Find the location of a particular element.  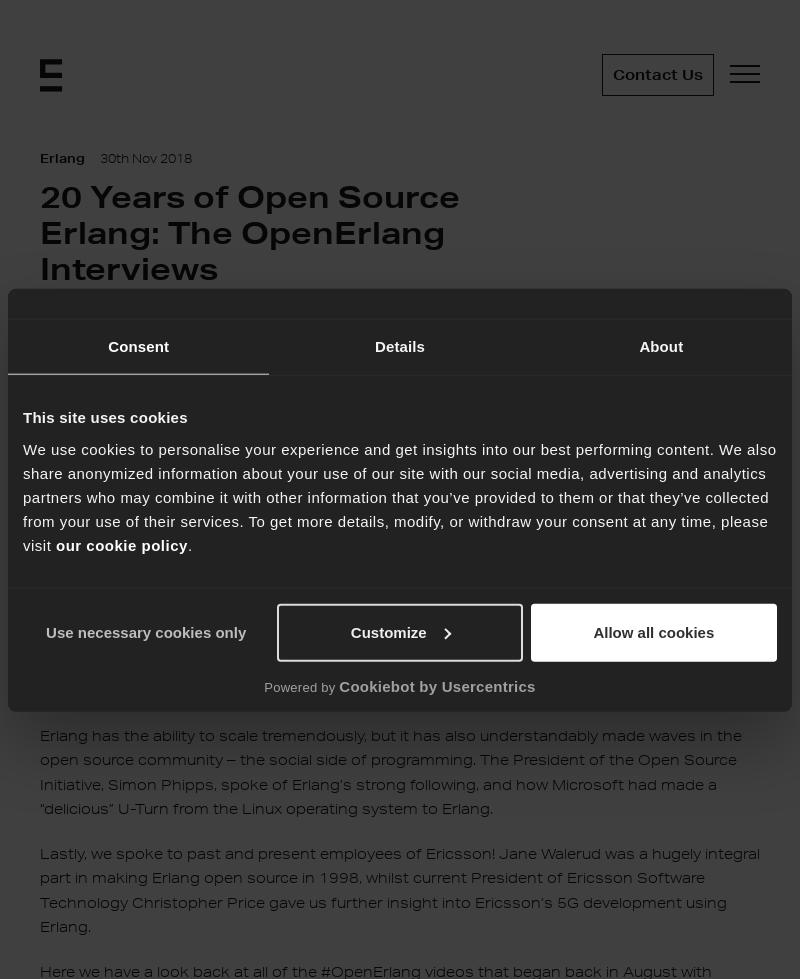

'This site uses cookies' is located at coordinates (104, 416).